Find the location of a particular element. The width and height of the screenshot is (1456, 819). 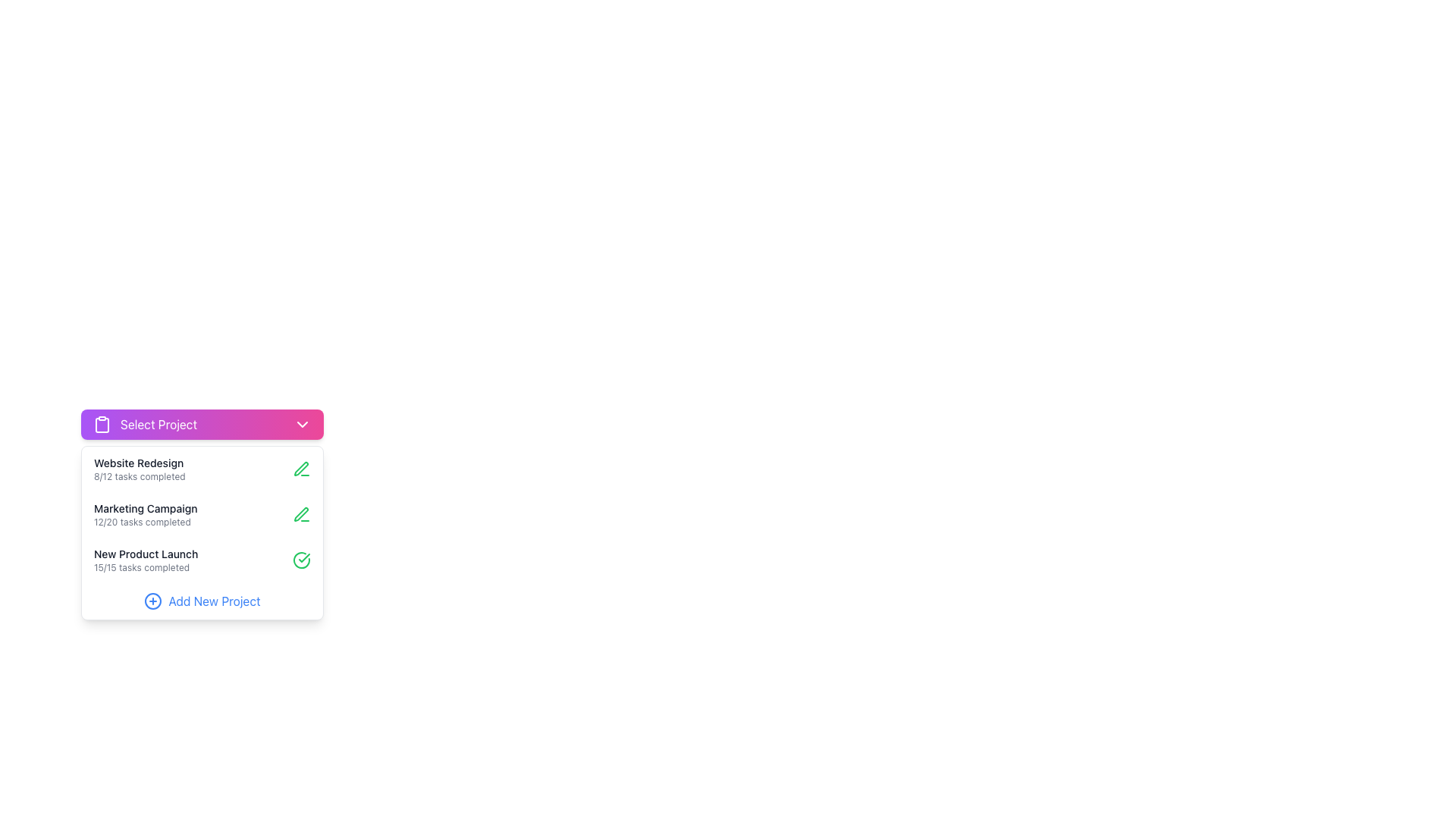

the chevron icon located at the far-right side of the 'Select Project' button is located at coordinates (302, 424).